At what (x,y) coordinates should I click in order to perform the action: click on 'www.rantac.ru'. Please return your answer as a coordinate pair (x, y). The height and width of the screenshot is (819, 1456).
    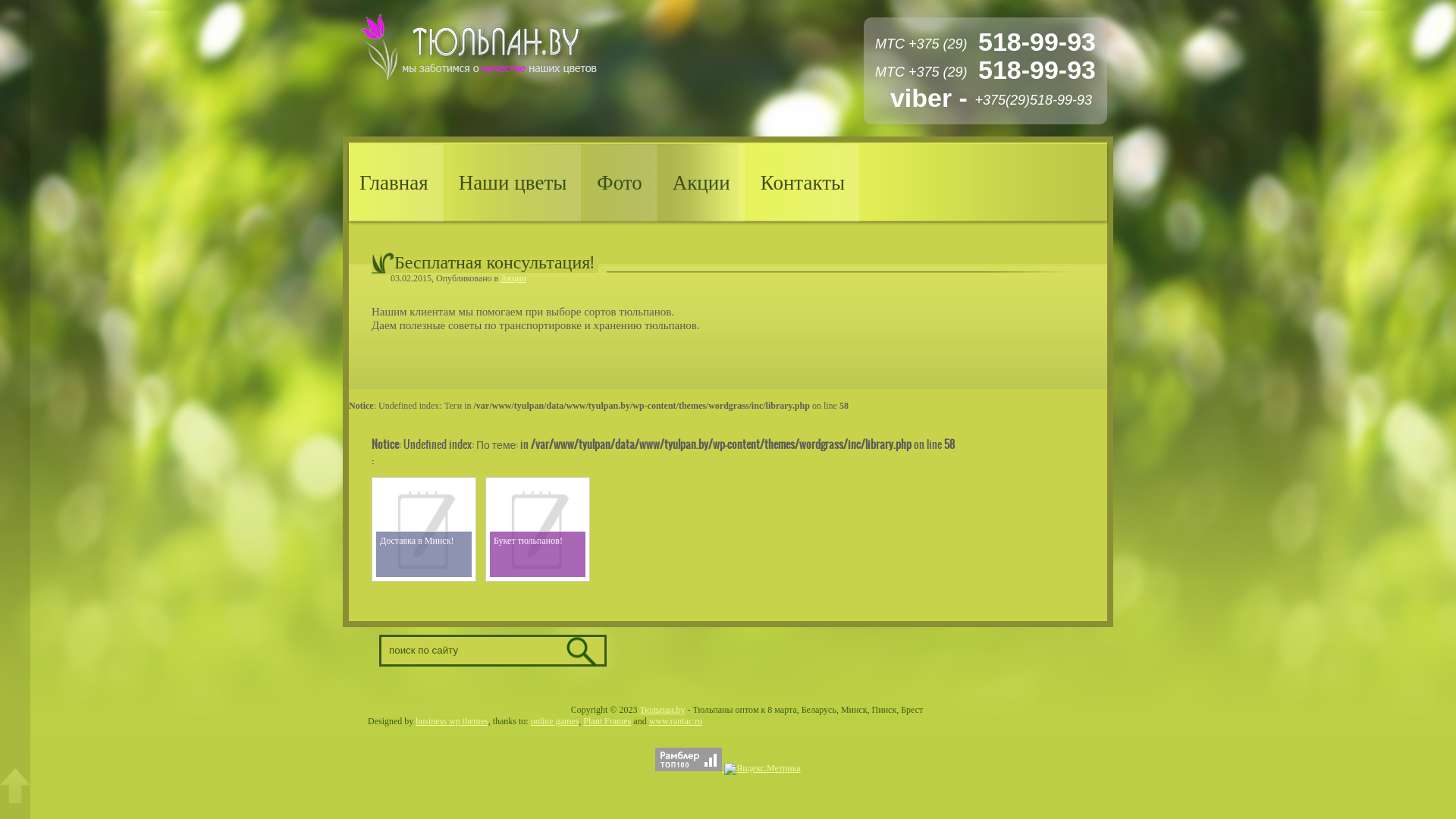
    Looking at the image, I should click on (648, 720).